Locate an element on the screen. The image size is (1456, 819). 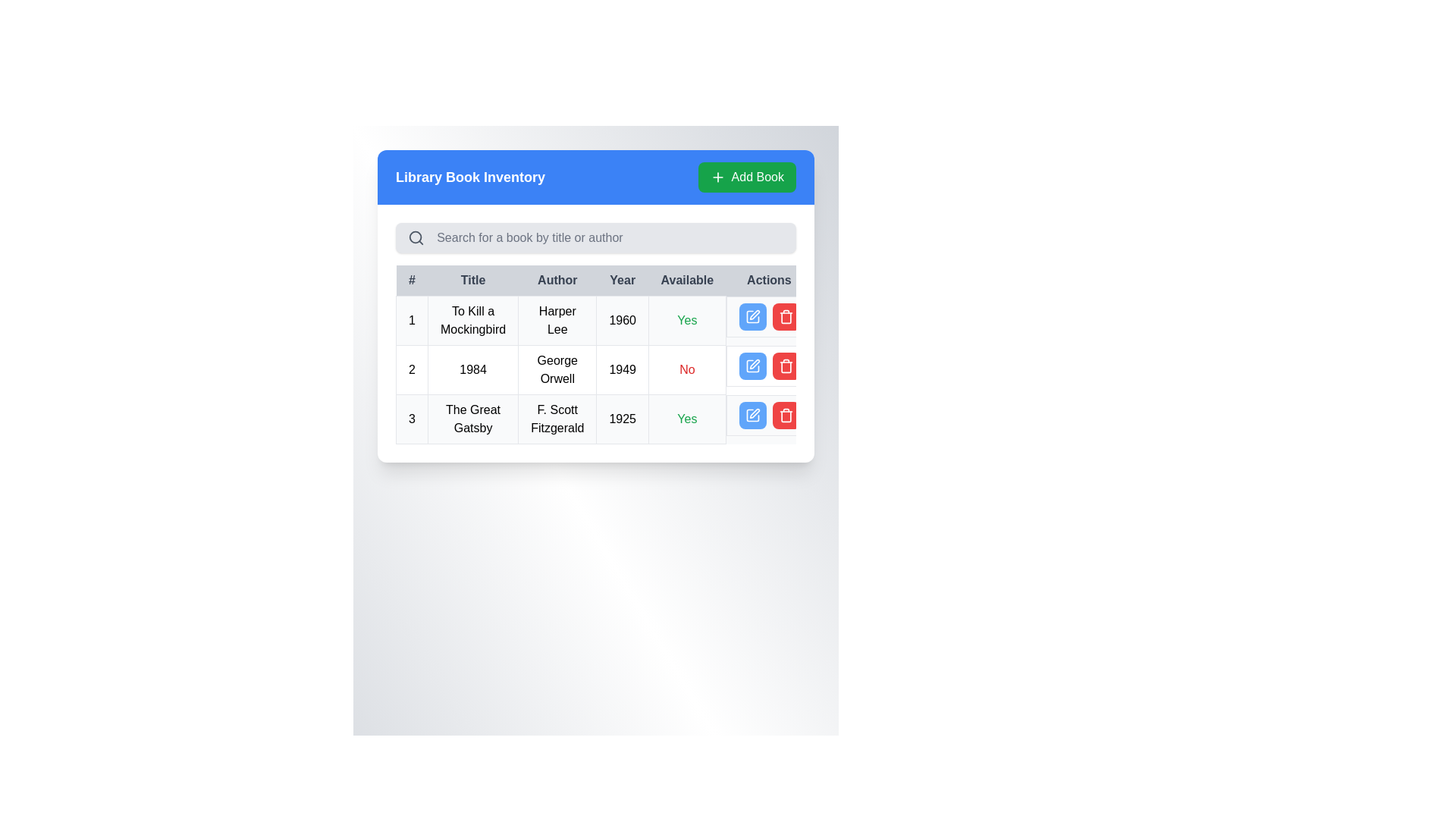
the table cell containing the text '1984' in the 'Title' column of the second row is located at coordinates (472, 370).